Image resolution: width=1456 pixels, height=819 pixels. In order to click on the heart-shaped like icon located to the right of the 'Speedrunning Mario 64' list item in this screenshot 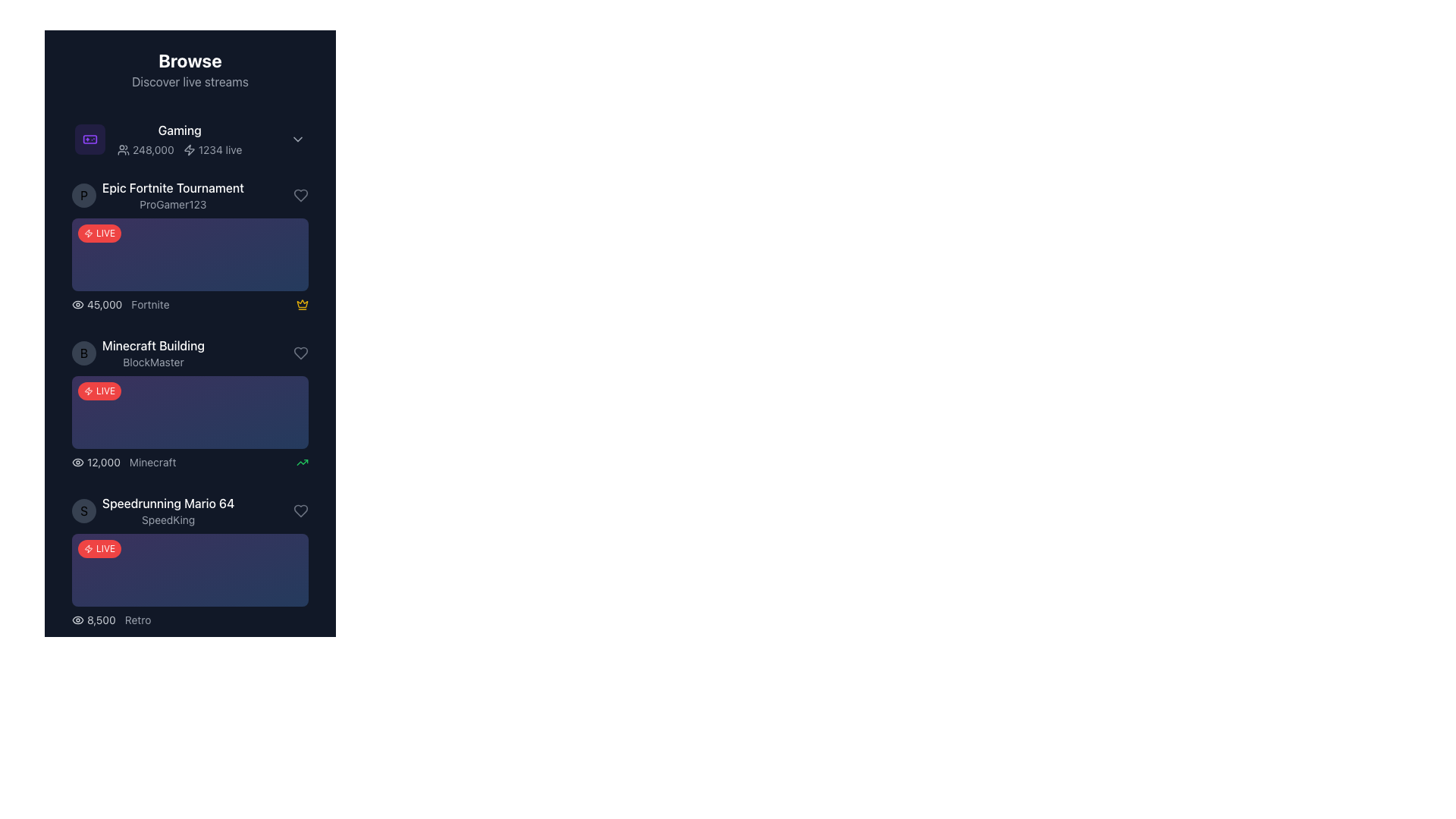, I will do `click(301, 353)`.